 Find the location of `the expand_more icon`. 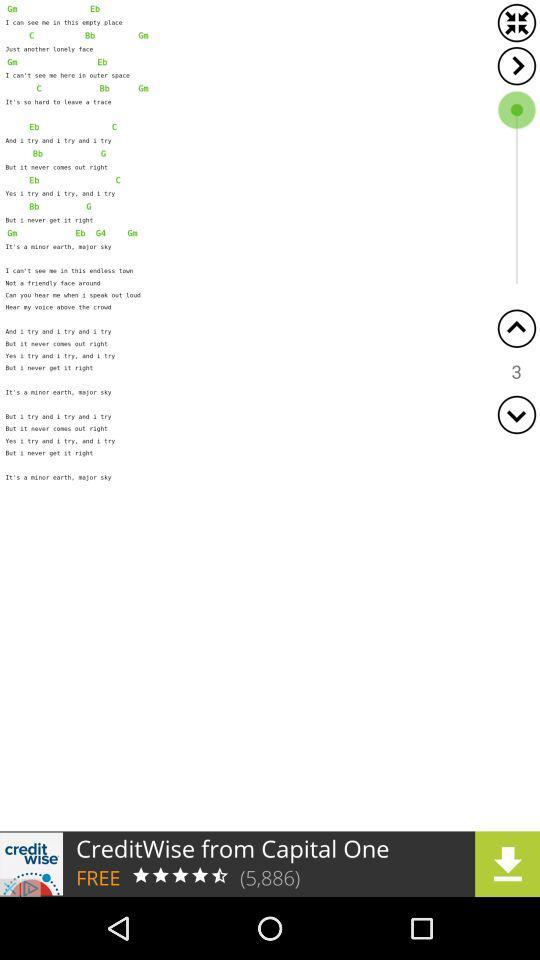

the expand_more icon is located at coordinates (516, 413).